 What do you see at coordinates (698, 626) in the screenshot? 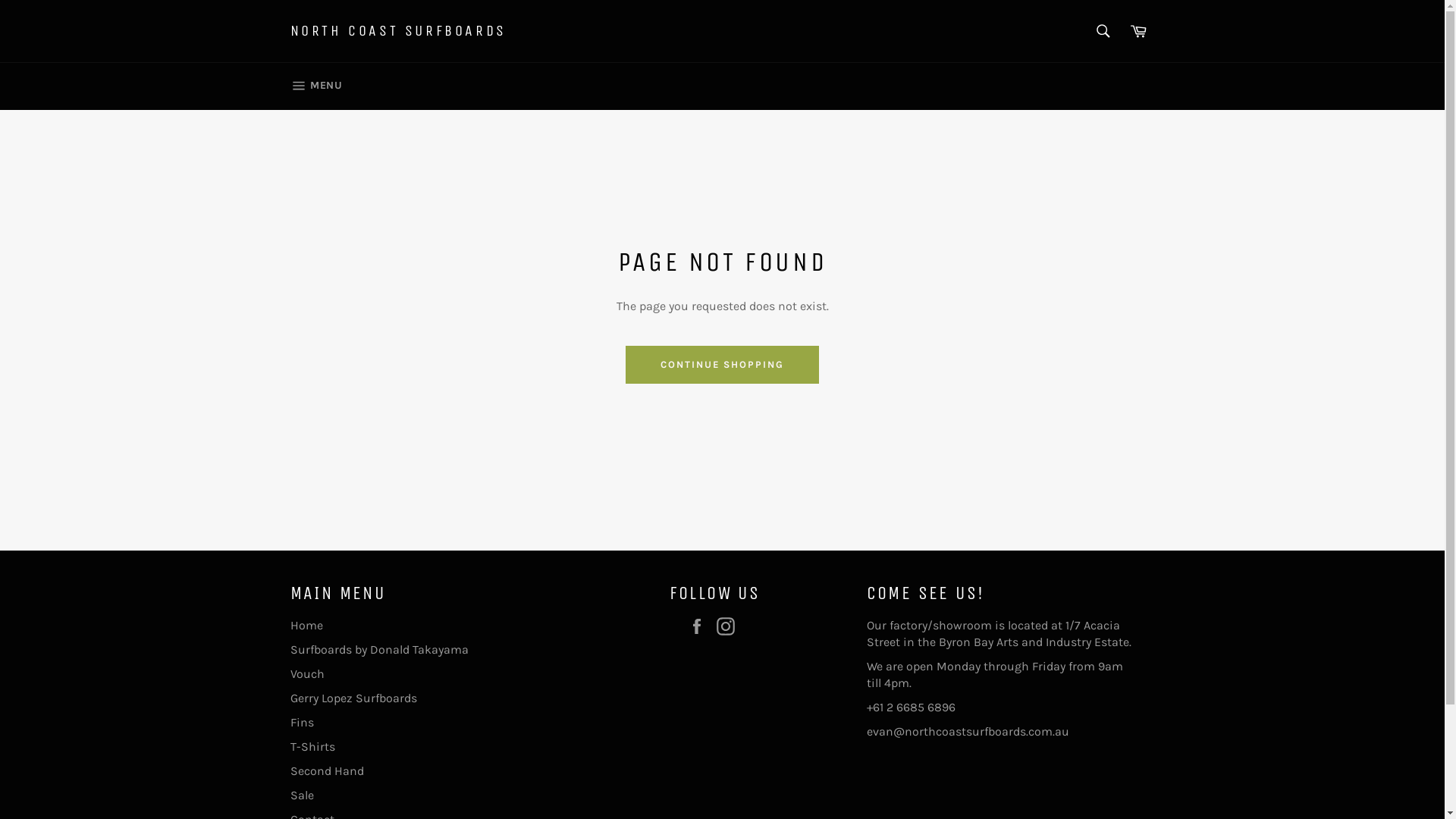
I see `'Facebook'` at bounding box center [698, 626].